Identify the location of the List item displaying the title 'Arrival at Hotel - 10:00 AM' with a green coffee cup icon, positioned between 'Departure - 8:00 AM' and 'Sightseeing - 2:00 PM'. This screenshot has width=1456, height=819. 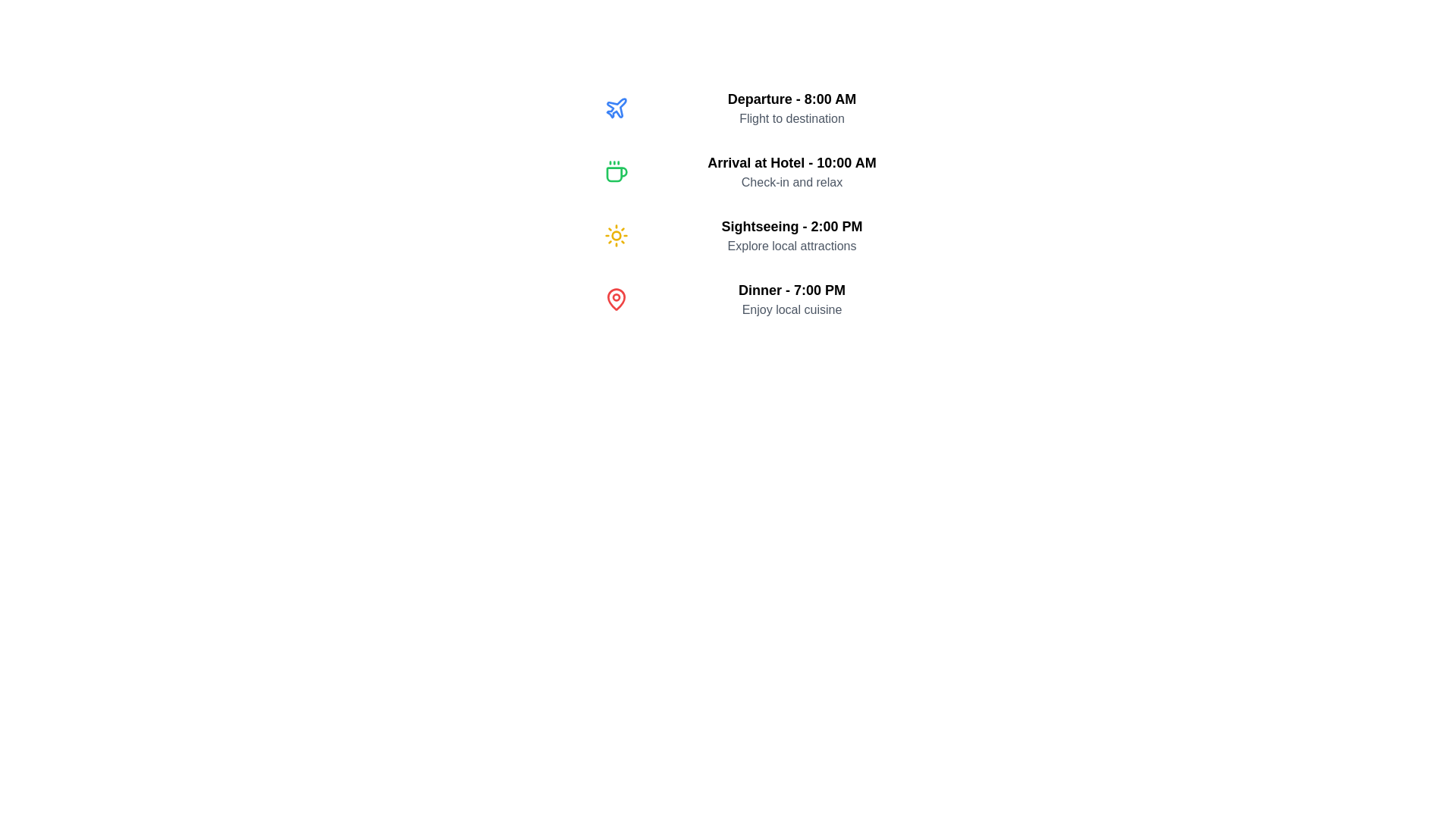
(773, 171).